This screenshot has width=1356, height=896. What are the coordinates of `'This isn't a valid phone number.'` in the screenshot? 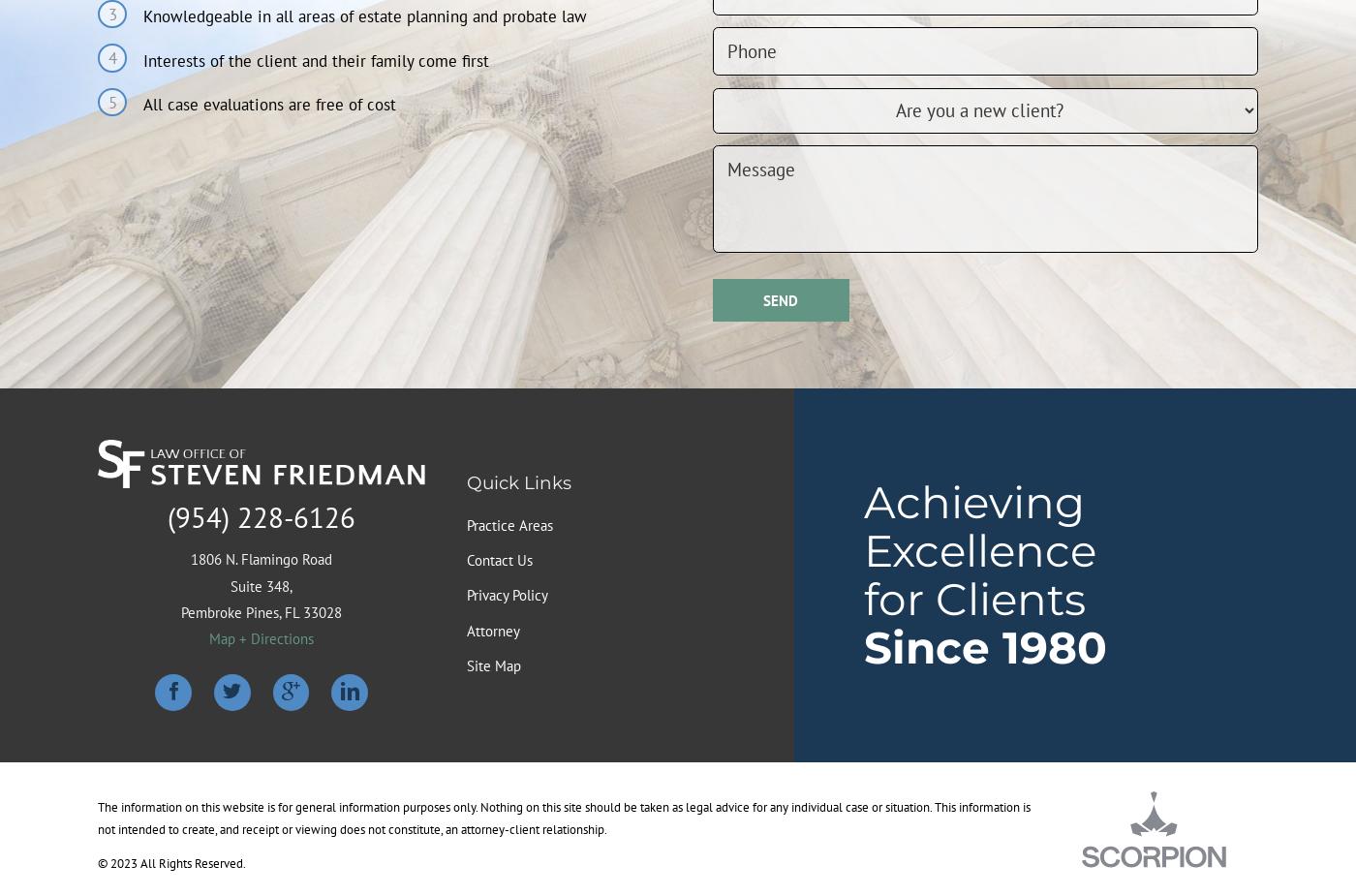 It's located at (1166, 93).